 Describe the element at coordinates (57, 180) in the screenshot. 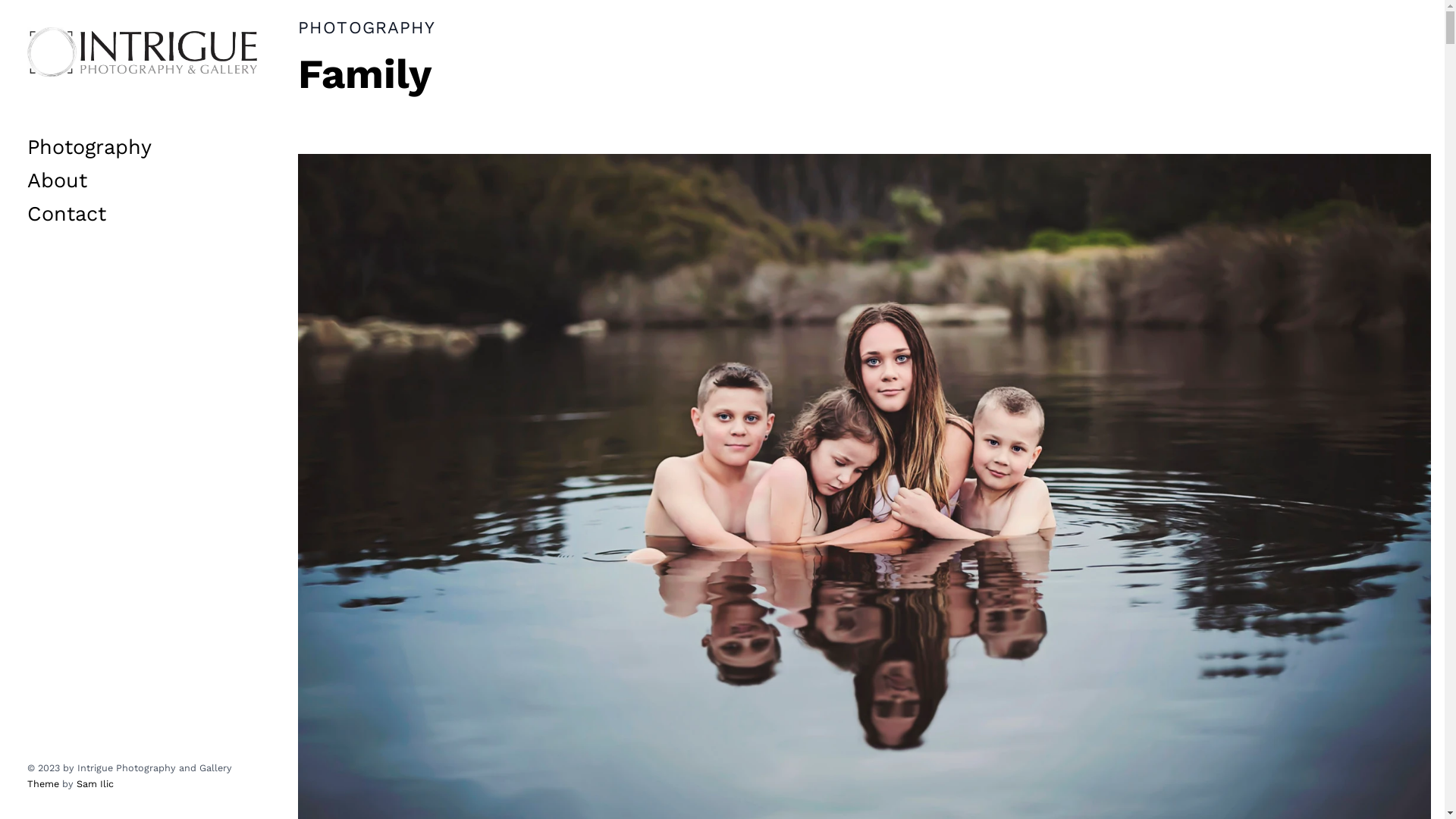

I see `'About'` at that location.